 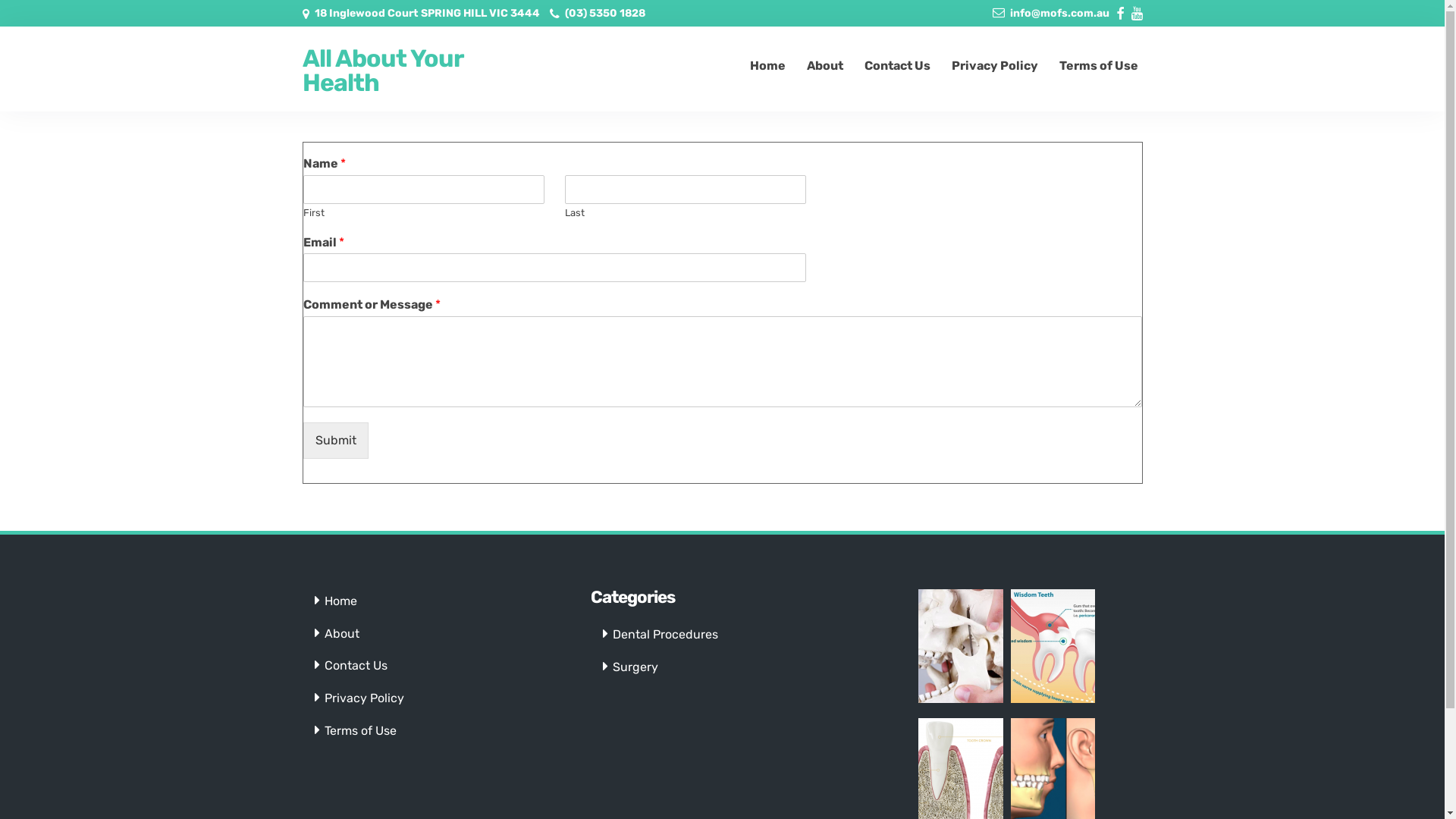 I want to click on 'Home', so click(x=323, y=600).